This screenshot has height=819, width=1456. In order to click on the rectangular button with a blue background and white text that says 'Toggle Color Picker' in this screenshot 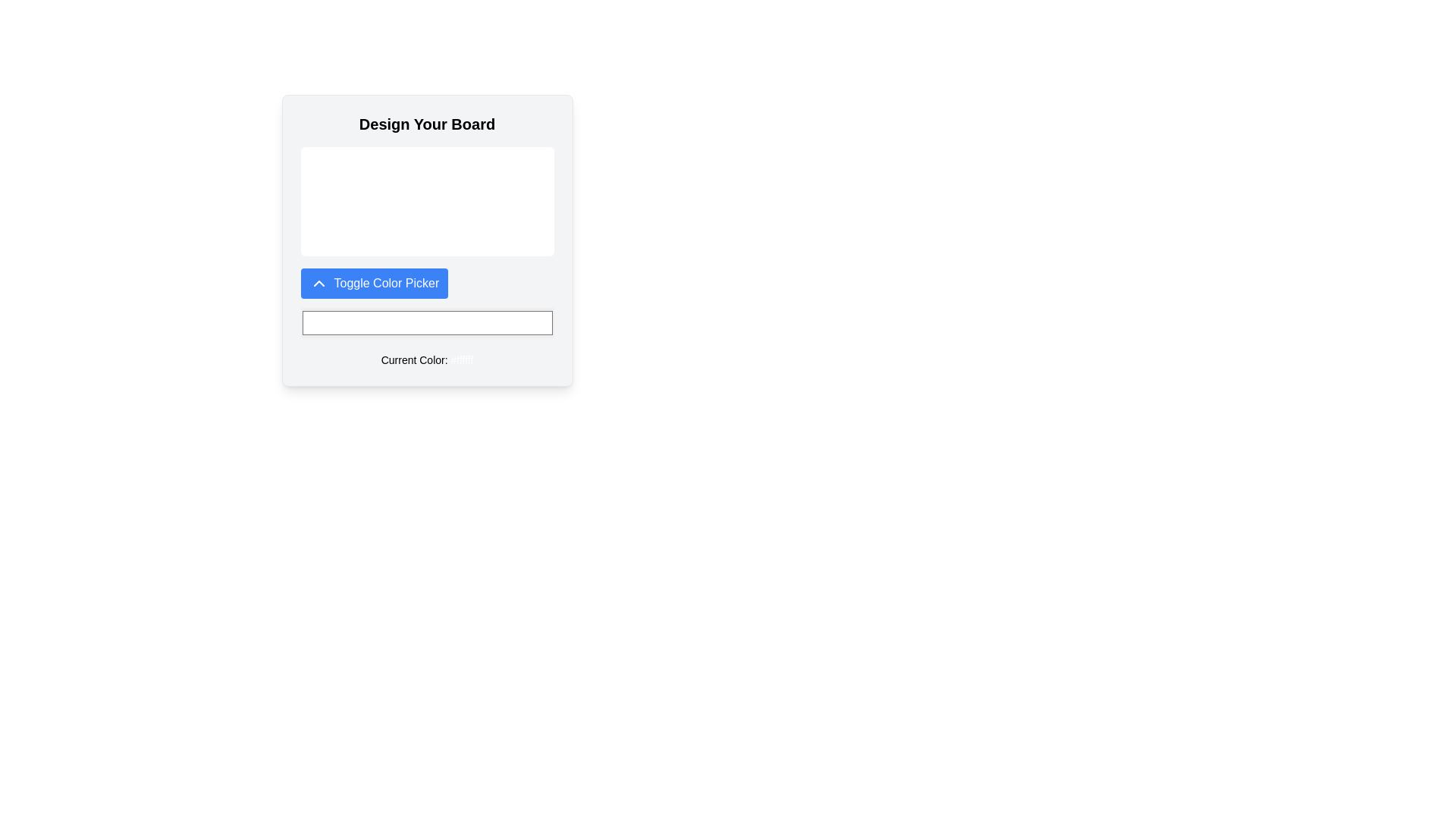, I will do `click(374, 284)`.